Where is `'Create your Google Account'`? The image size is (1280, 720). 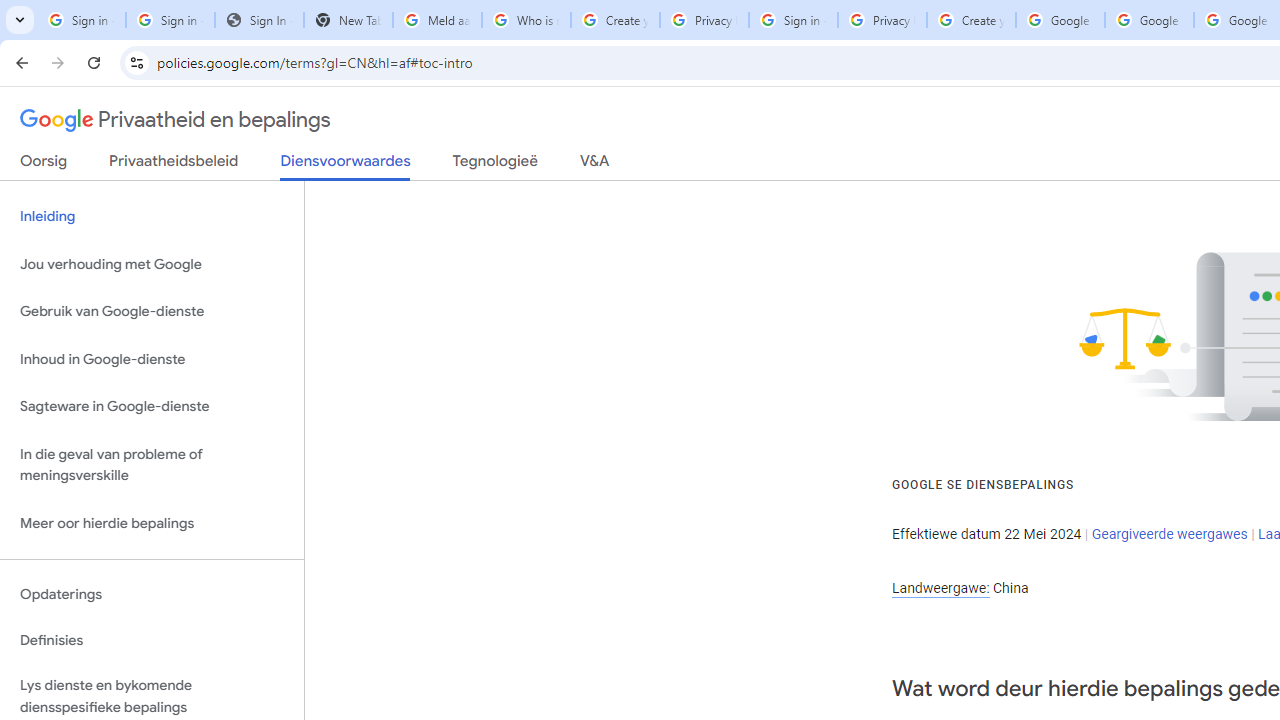
'Create your Google Account' is located at coordinates (971, 20).